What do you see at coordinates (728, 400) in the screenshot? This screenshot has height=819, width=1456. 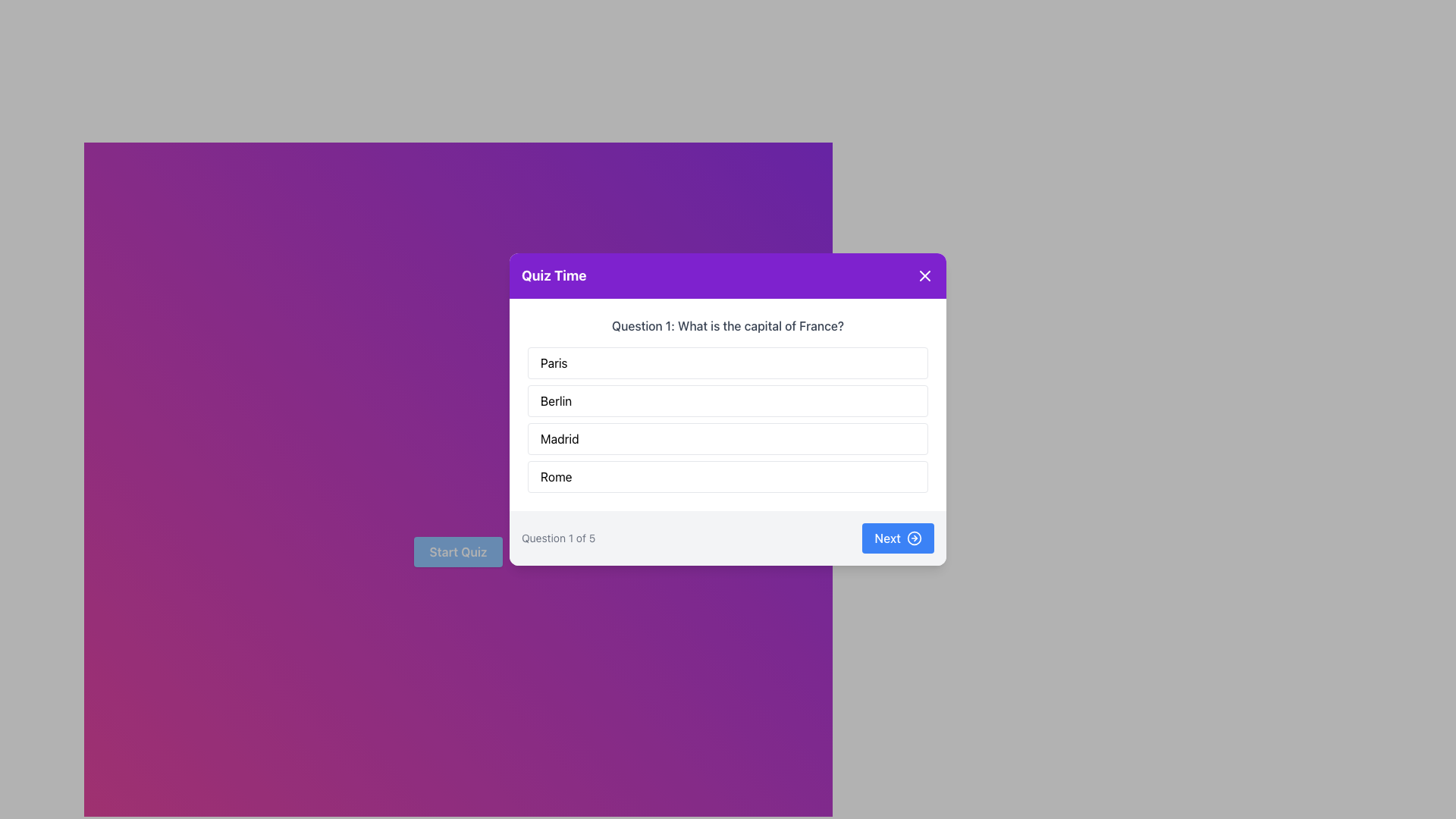 I see `the button labeled 'Berlin'` at bounding box center [728, 400].